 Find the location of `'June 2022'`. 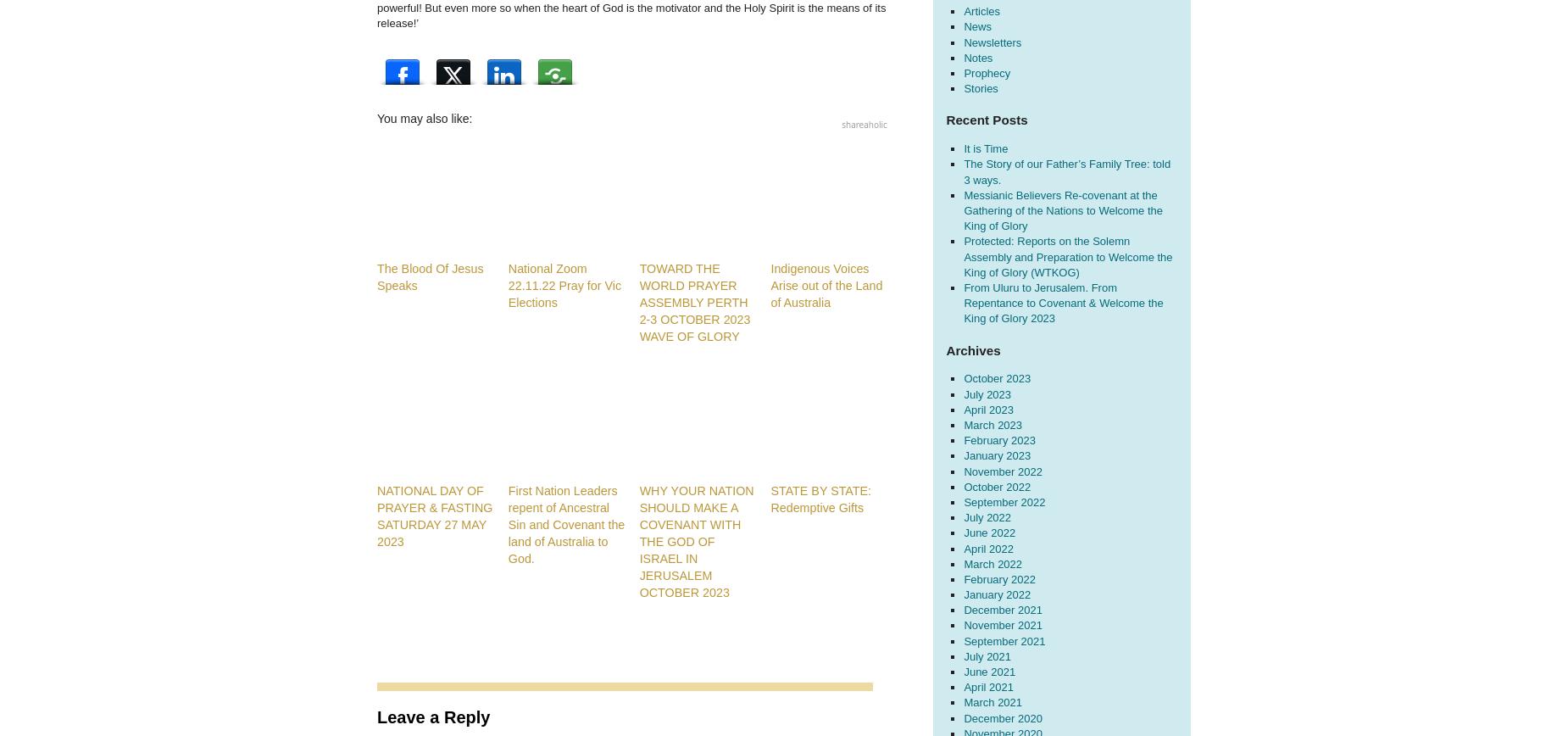

'June 2022' is located at coordinates (988, 532).